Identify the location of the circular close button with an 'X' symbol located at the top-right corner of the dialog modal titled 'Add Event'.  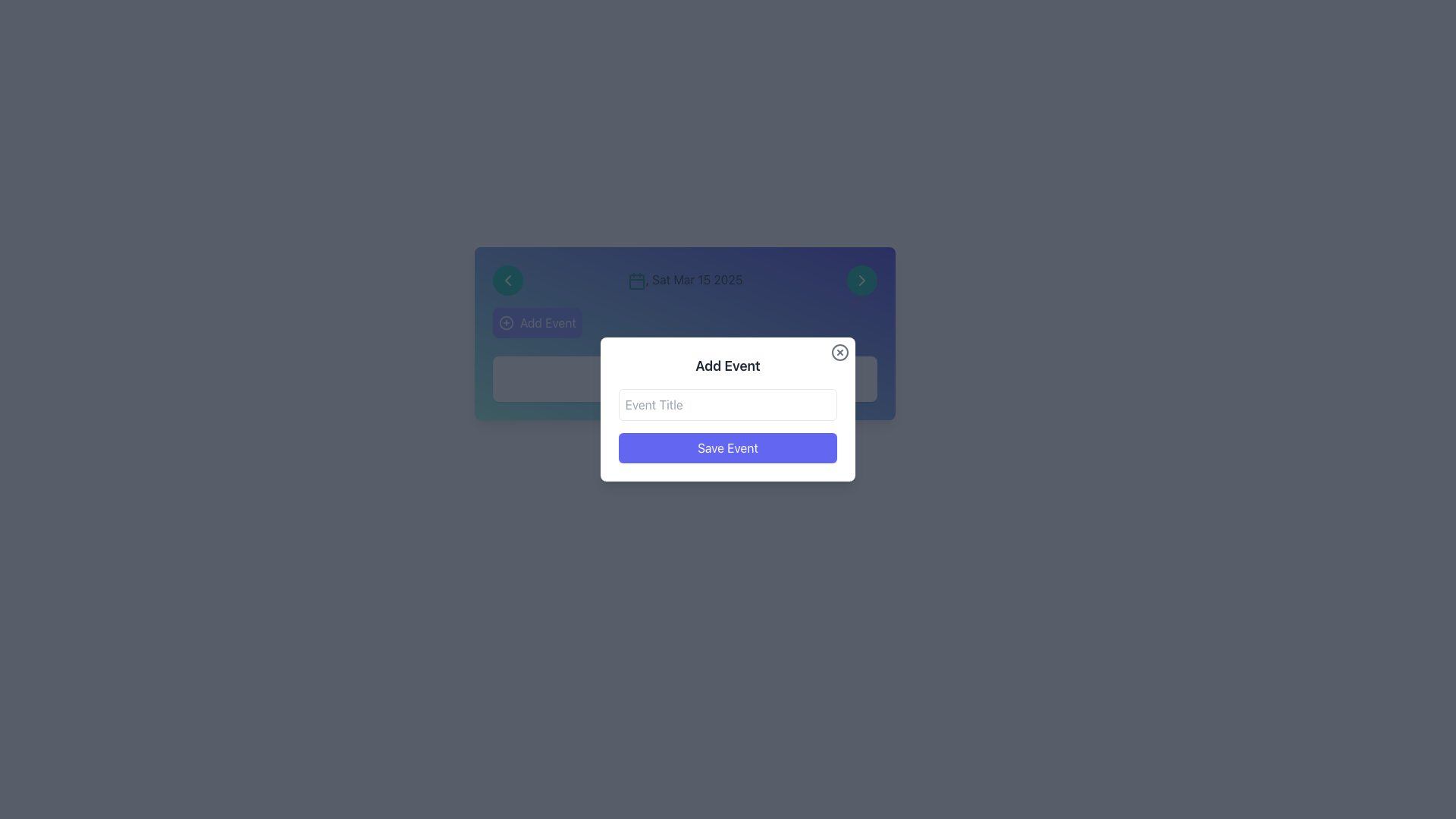
(839, 353).